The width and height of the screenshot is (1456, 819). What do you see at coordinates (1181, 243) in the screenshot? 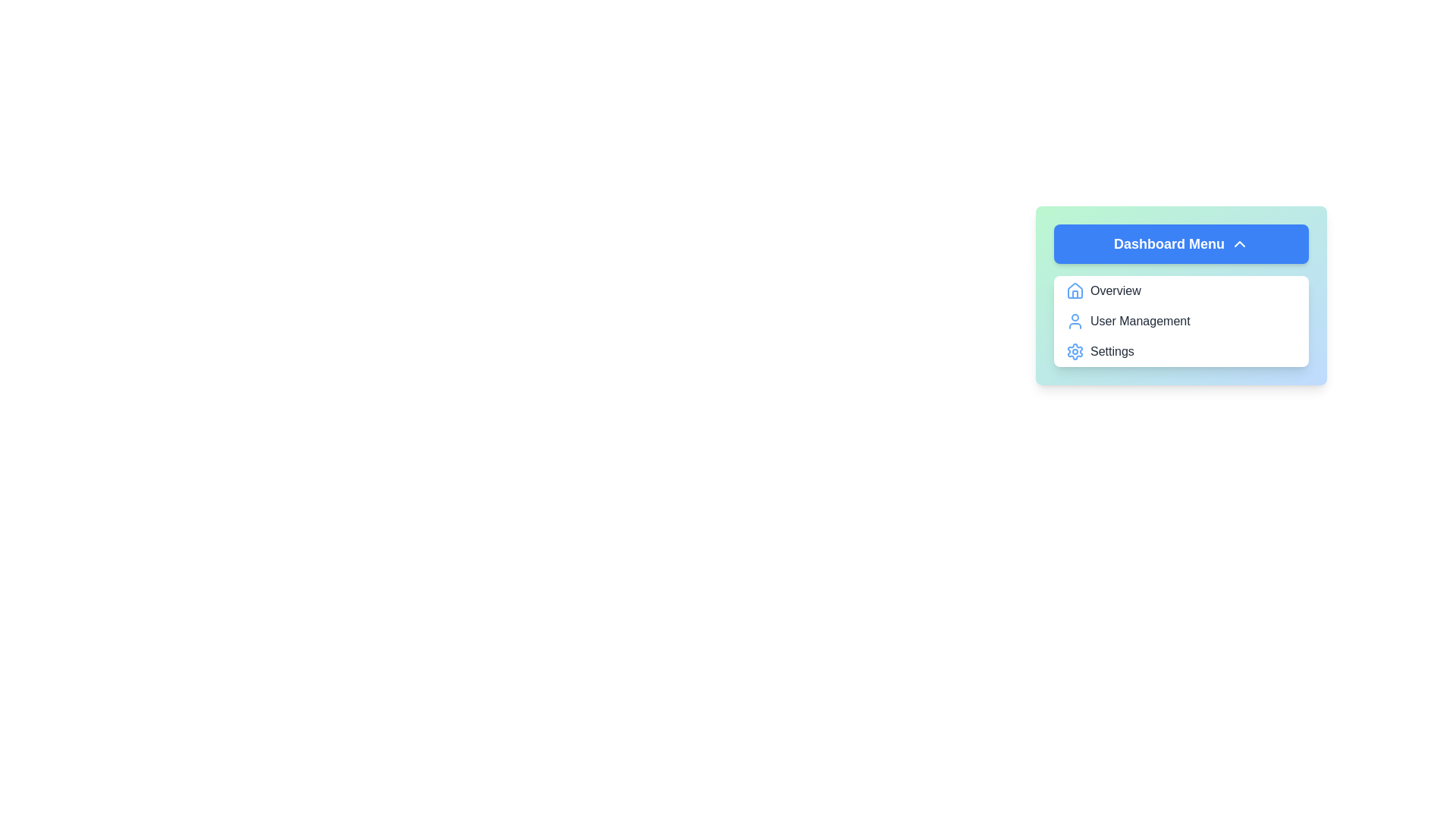
I see `the 'Dashboard Menu' button to toggle the menu visibility` at bounding box center [1181, 243].